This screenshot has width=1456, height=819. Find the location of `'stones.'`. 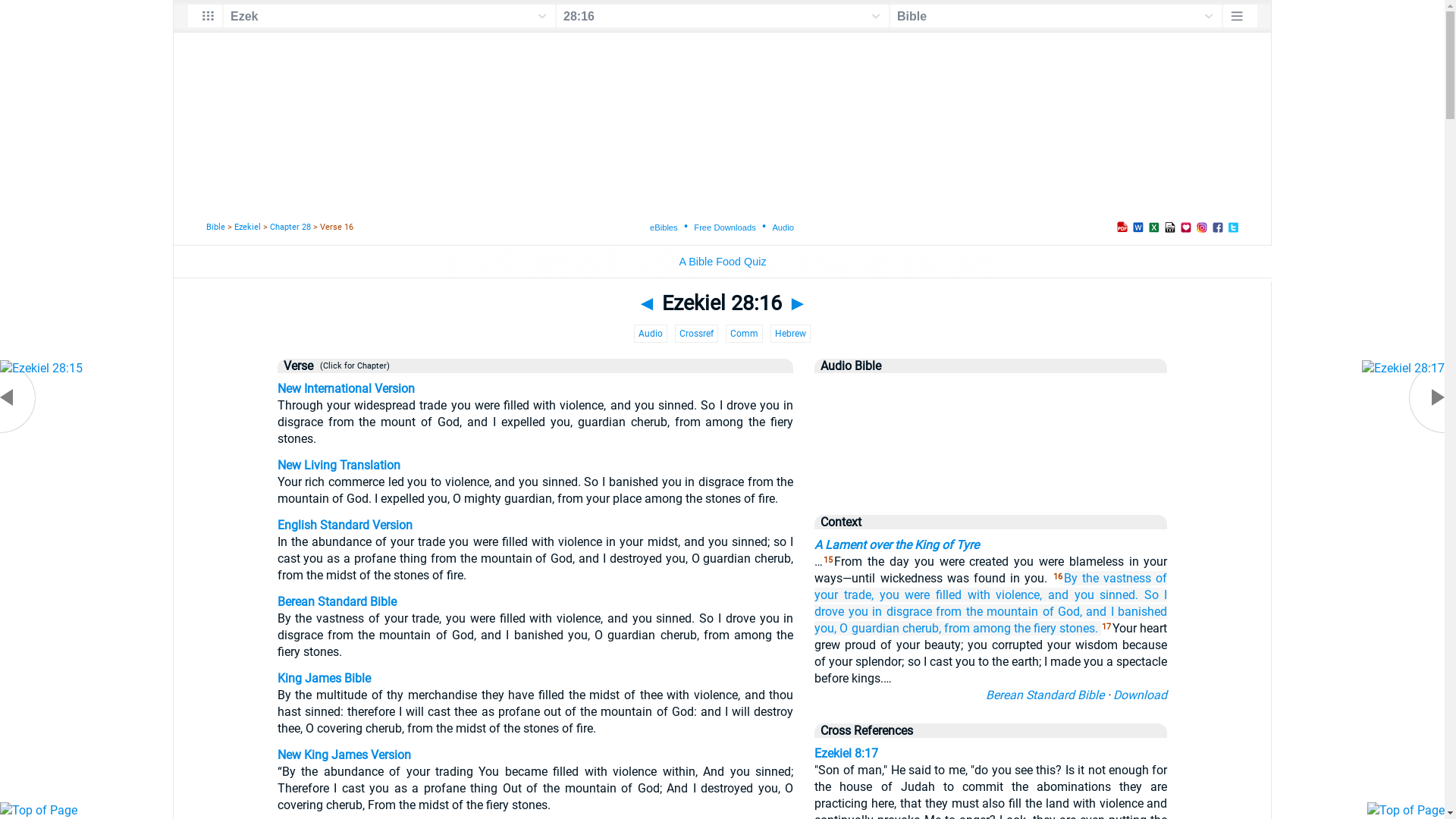

'stones.' is located at coordinates (1058, 628).